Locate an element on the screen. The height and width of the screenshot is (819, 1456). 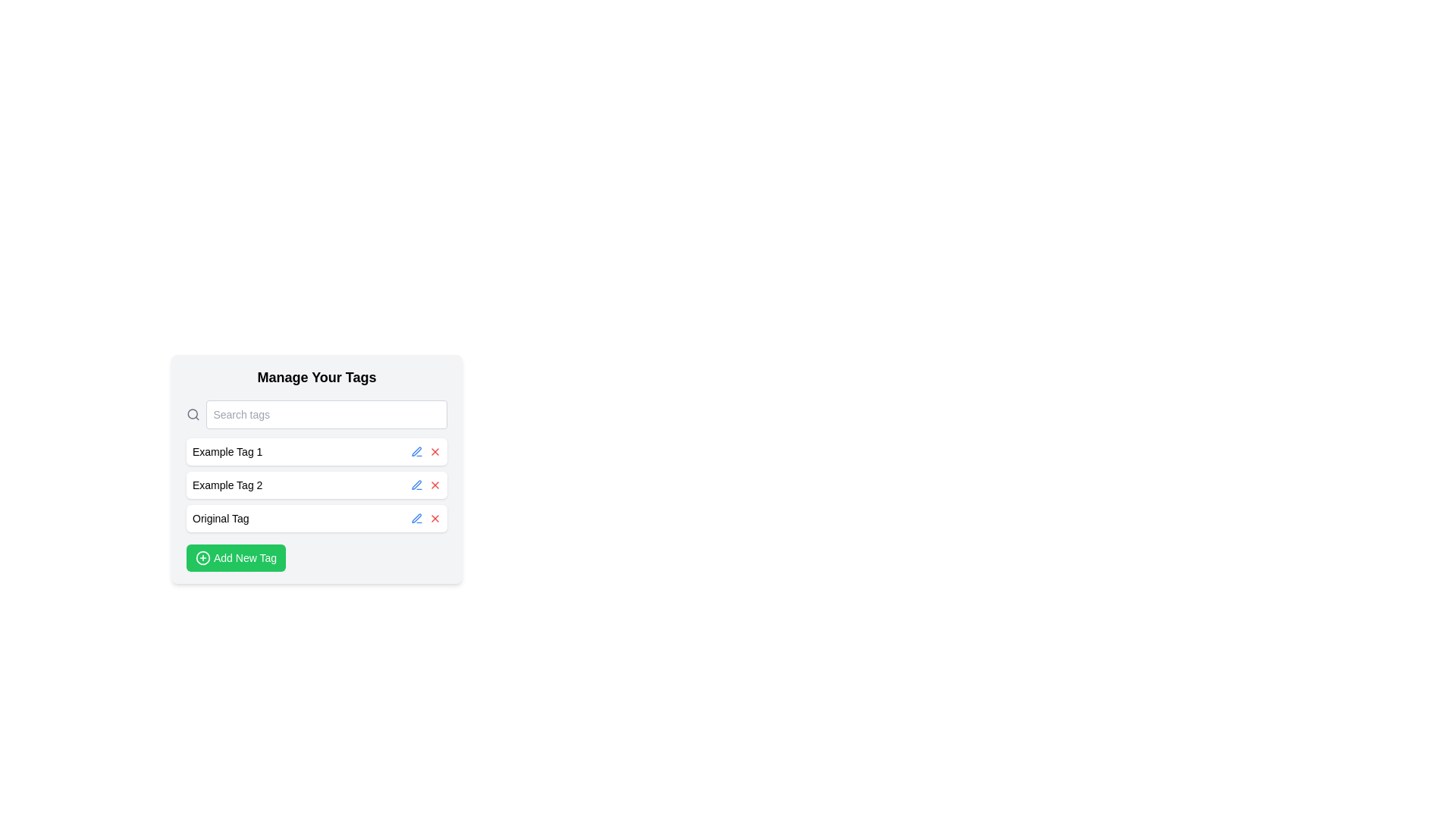
the search icon located at the far left side of the search bar, adjacent to the text input field labeled 'Search tags.' is located at coordinates (193, 415).